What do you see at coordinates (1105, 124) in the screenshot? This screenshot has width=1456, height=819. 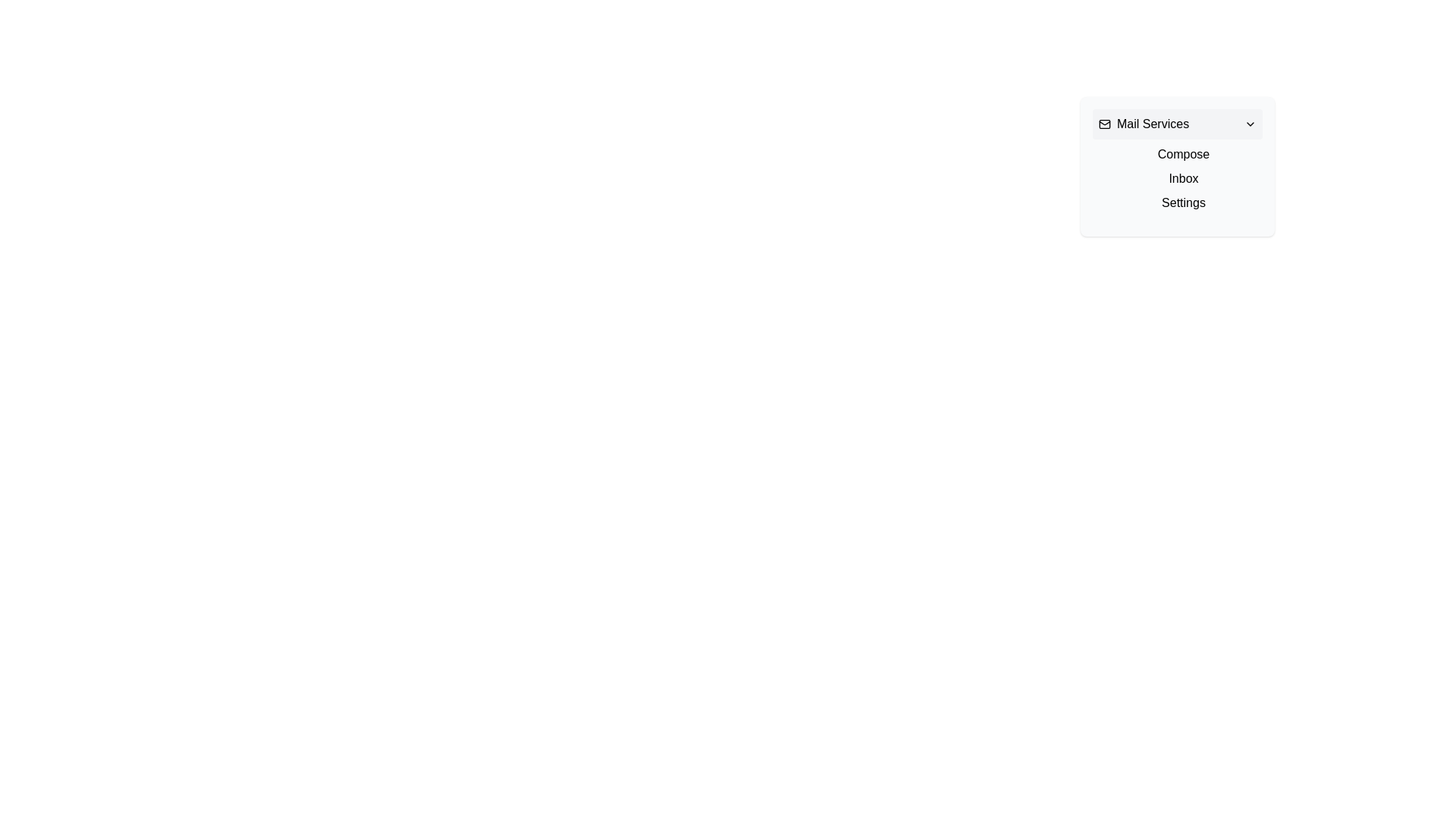 I see `the mail-related icon graphic (SVG) located in the top-left corner of the 'Mail Services' dropdown menu, next to the 'Mail Services' label` at bounding box center [1105, 124].